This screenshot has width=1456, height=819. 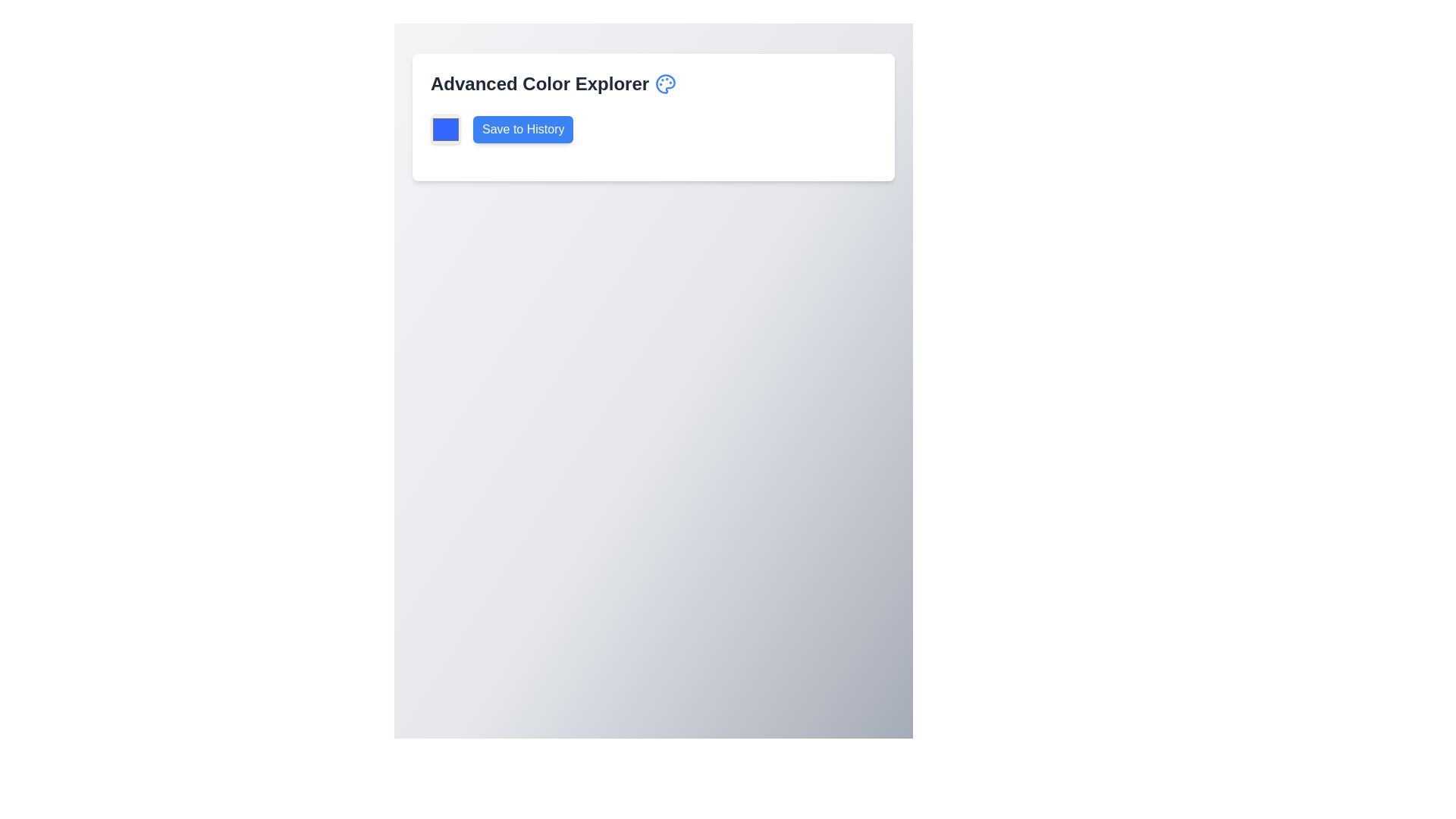 What do you see at coordinates (523, 128) in the screenshot?
I see `the save button located to the immediate right of a blue square element in the top-left region of the interface` at bounding box center [523, 128].